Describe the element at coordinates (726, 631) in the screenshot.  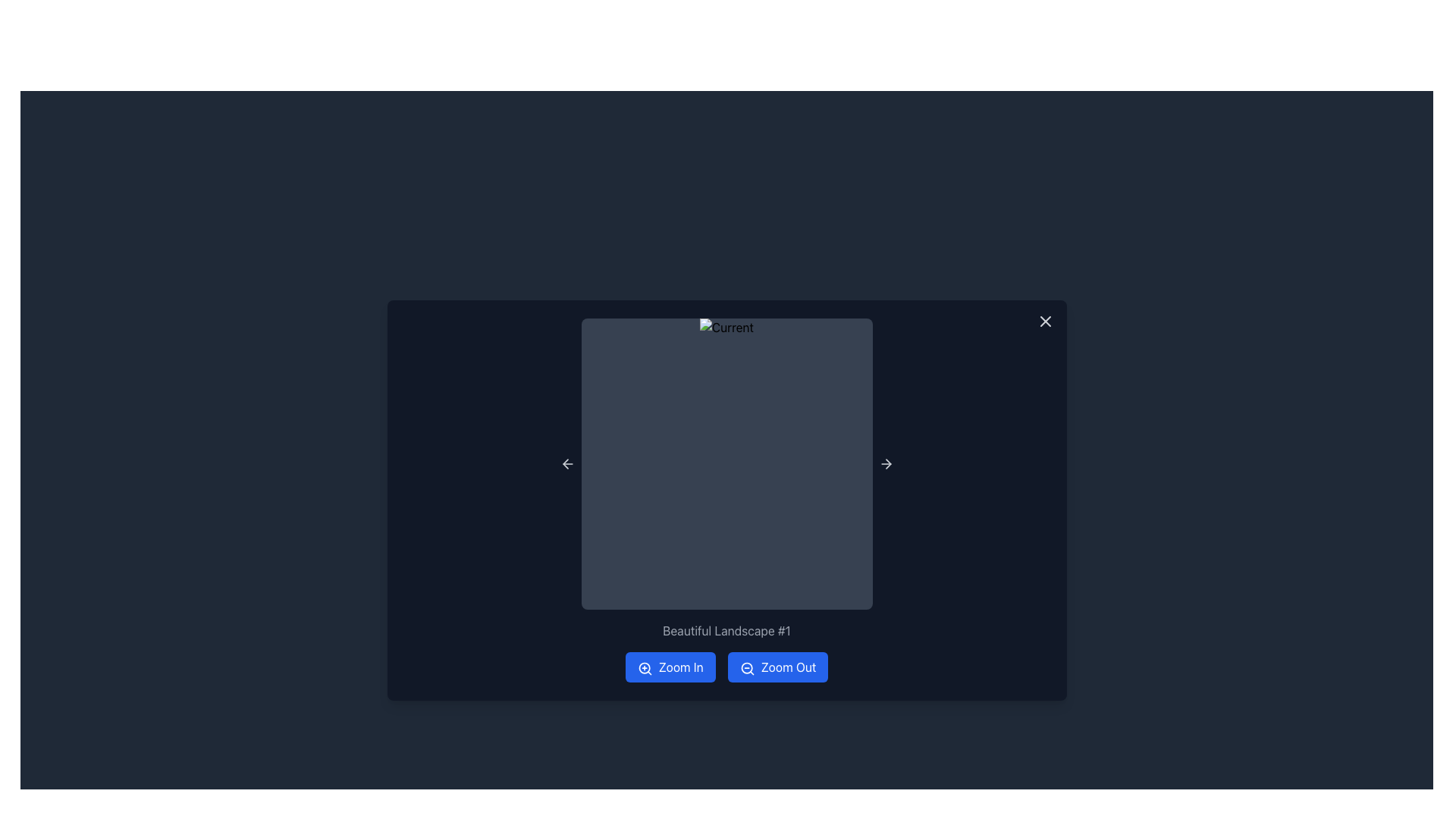
I see `the Text Label located in the lower section of the modal interface, which is directly above the 'Zoom In' and 'Zoom Out' buttons` at that location.